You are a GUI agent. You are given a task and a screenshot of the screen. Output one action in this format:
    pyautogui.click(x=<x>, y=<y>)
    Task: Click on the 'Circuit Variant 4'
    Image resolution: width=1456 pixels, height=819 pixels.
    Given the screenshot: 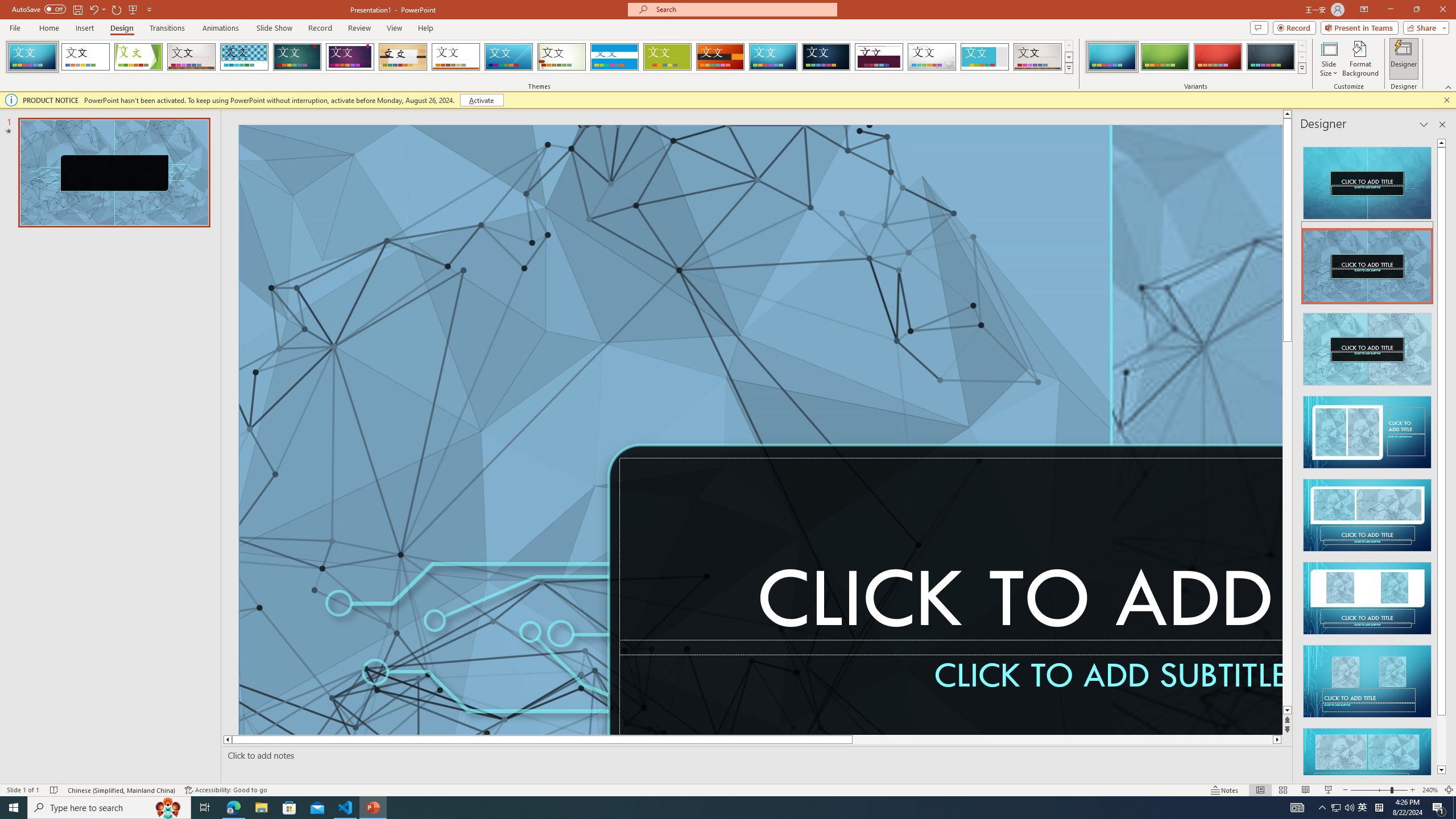 What is the action you would take?
    pyautogui.click(x=1270, y=56)
    